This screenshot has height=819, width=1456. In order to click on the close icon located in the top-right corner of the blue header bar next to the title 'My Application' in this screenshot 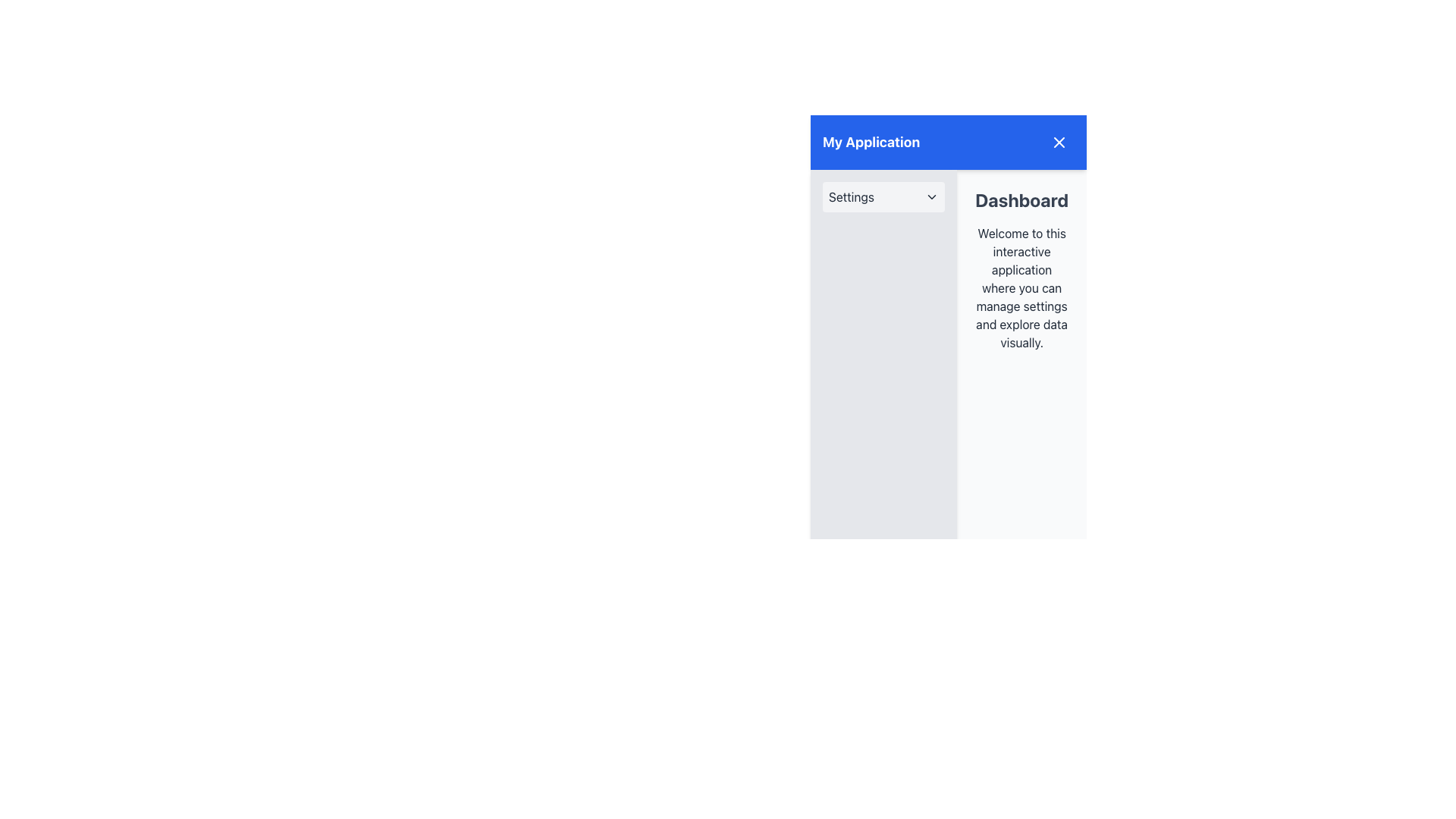, I will do `click(1058, 143)`.